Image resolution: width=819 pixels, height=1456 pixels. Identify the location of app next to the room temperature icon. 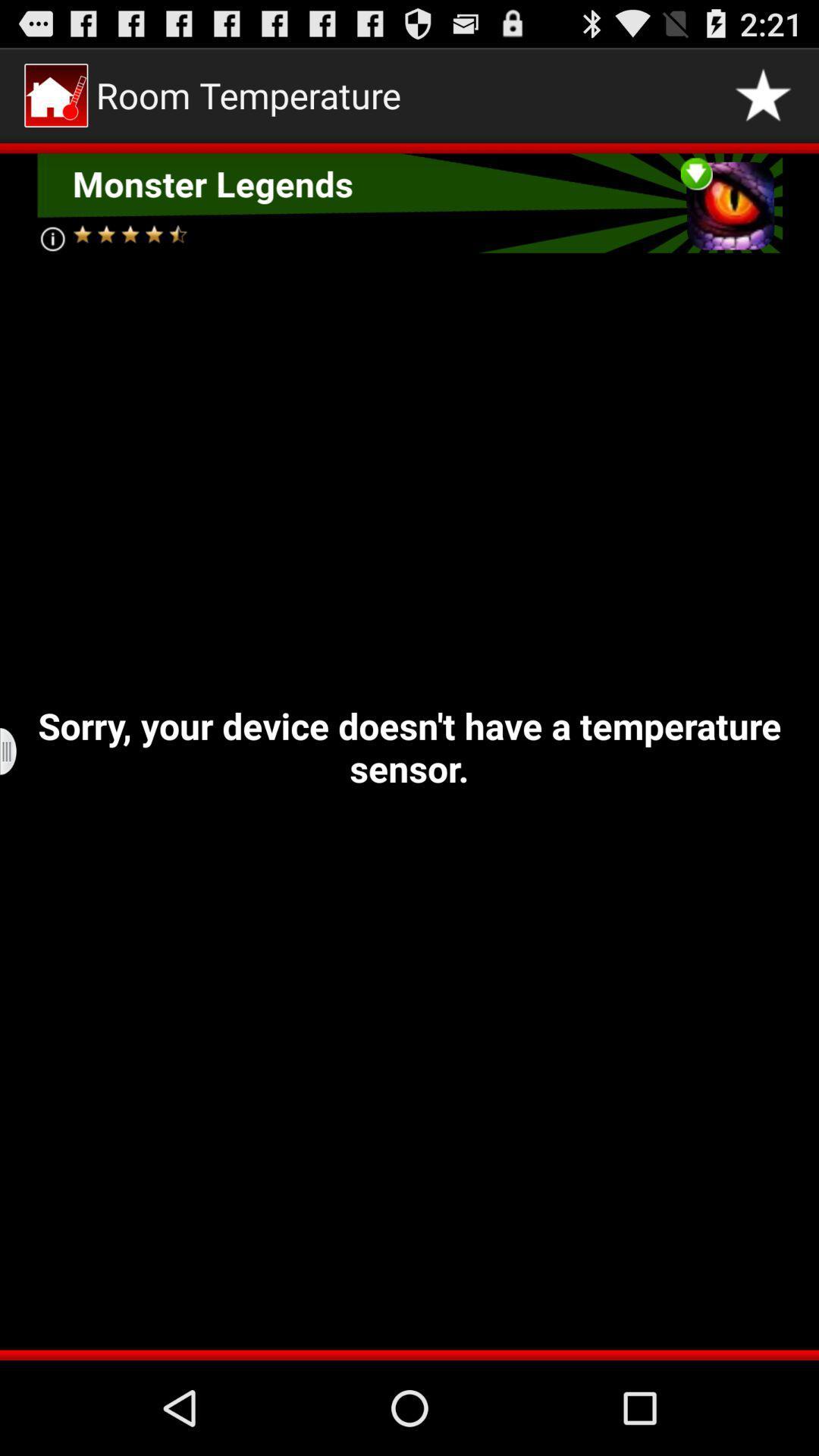
(763, 94).